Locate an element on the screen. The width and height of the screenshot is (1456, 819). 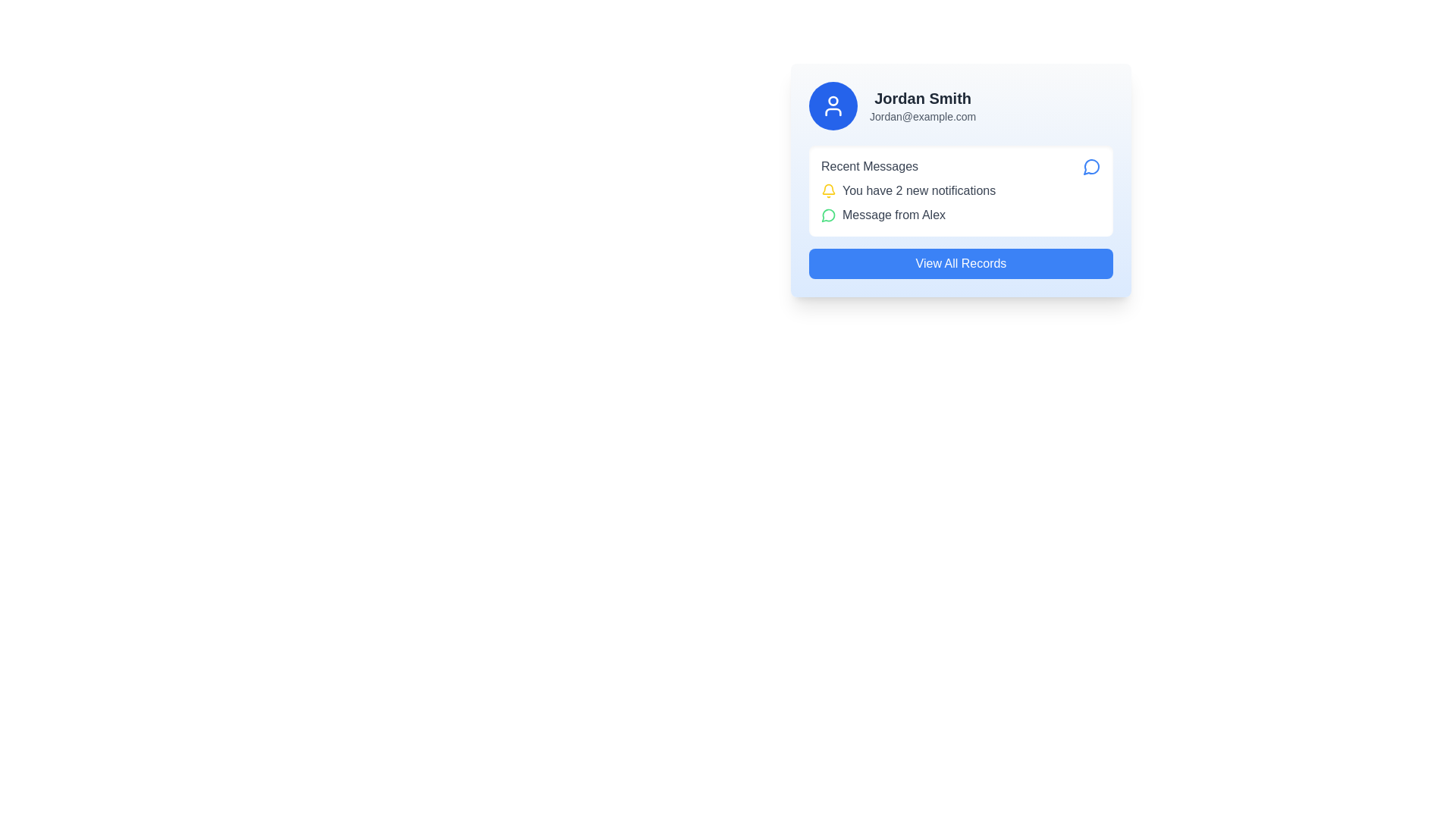
the chat/message icon located to the left of the text 'Message from Alex' within the 'Recent Messages' notification entry is located at coordinates (828, 215).